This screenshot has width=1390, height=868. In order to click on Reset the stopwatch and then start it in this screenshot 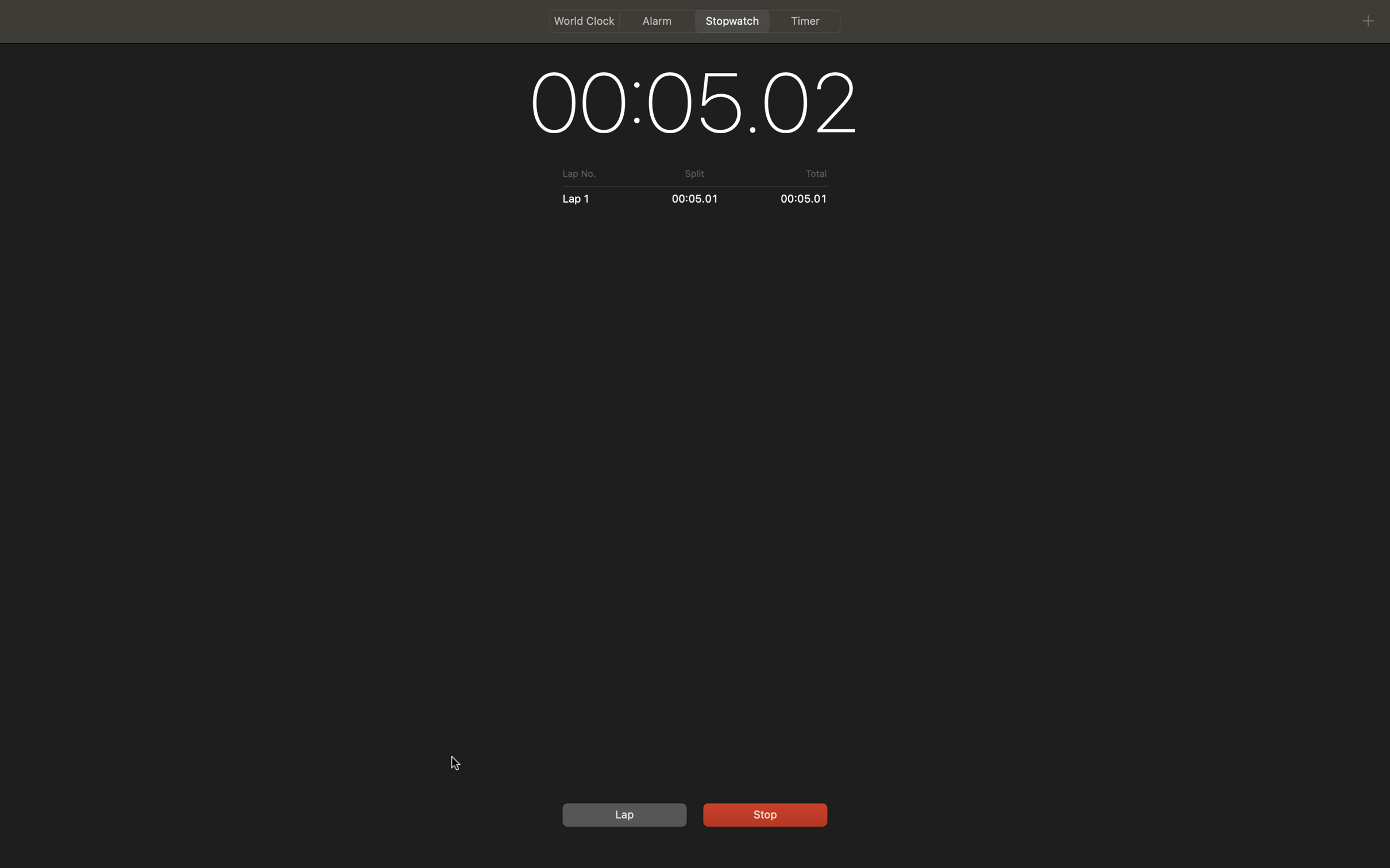, I will do `click(622, 814)`.